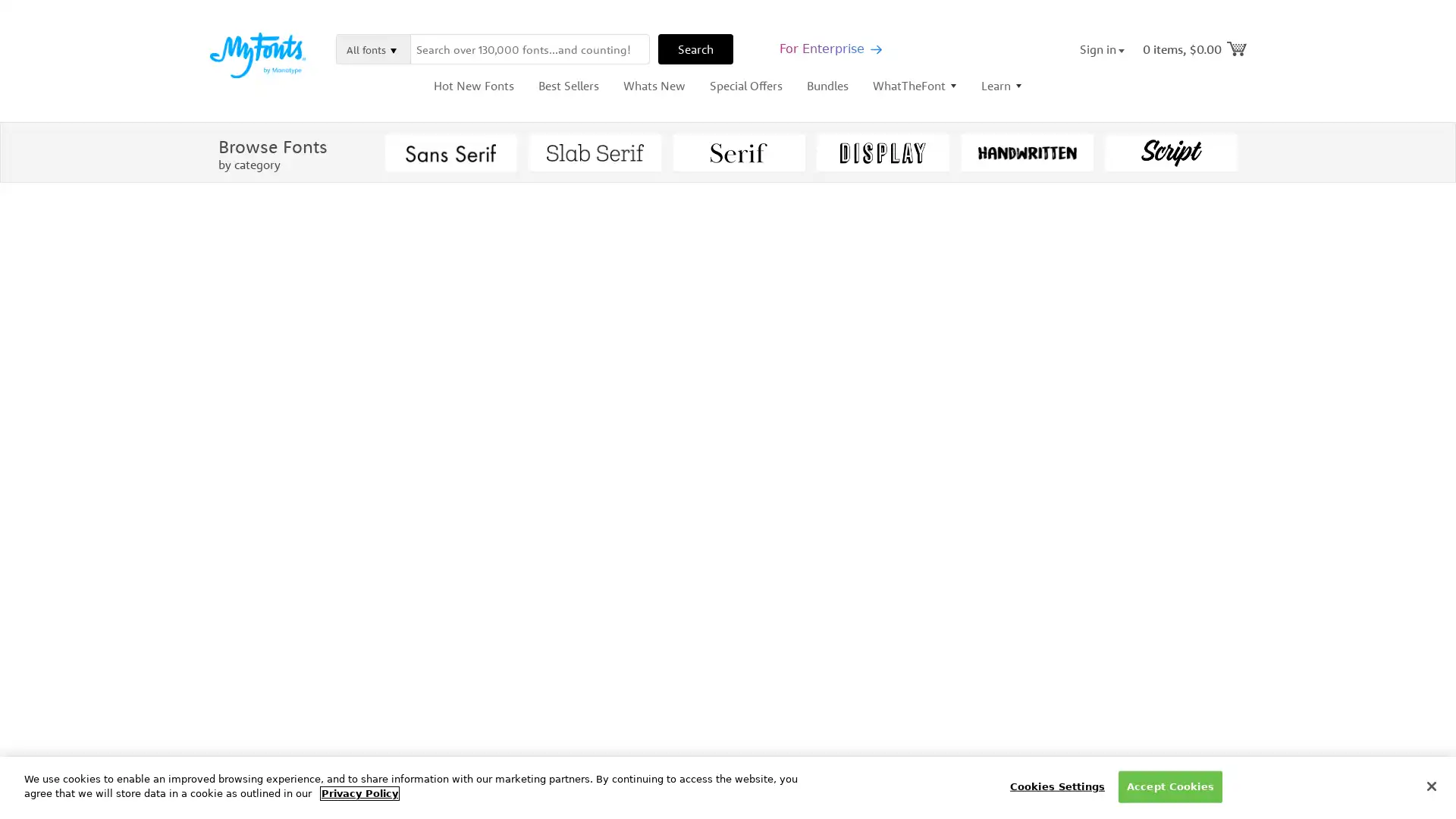  What do you see at coordinates (373, 49) in the screenshot?
I see `All fonts` at bounding box center [373, 49].